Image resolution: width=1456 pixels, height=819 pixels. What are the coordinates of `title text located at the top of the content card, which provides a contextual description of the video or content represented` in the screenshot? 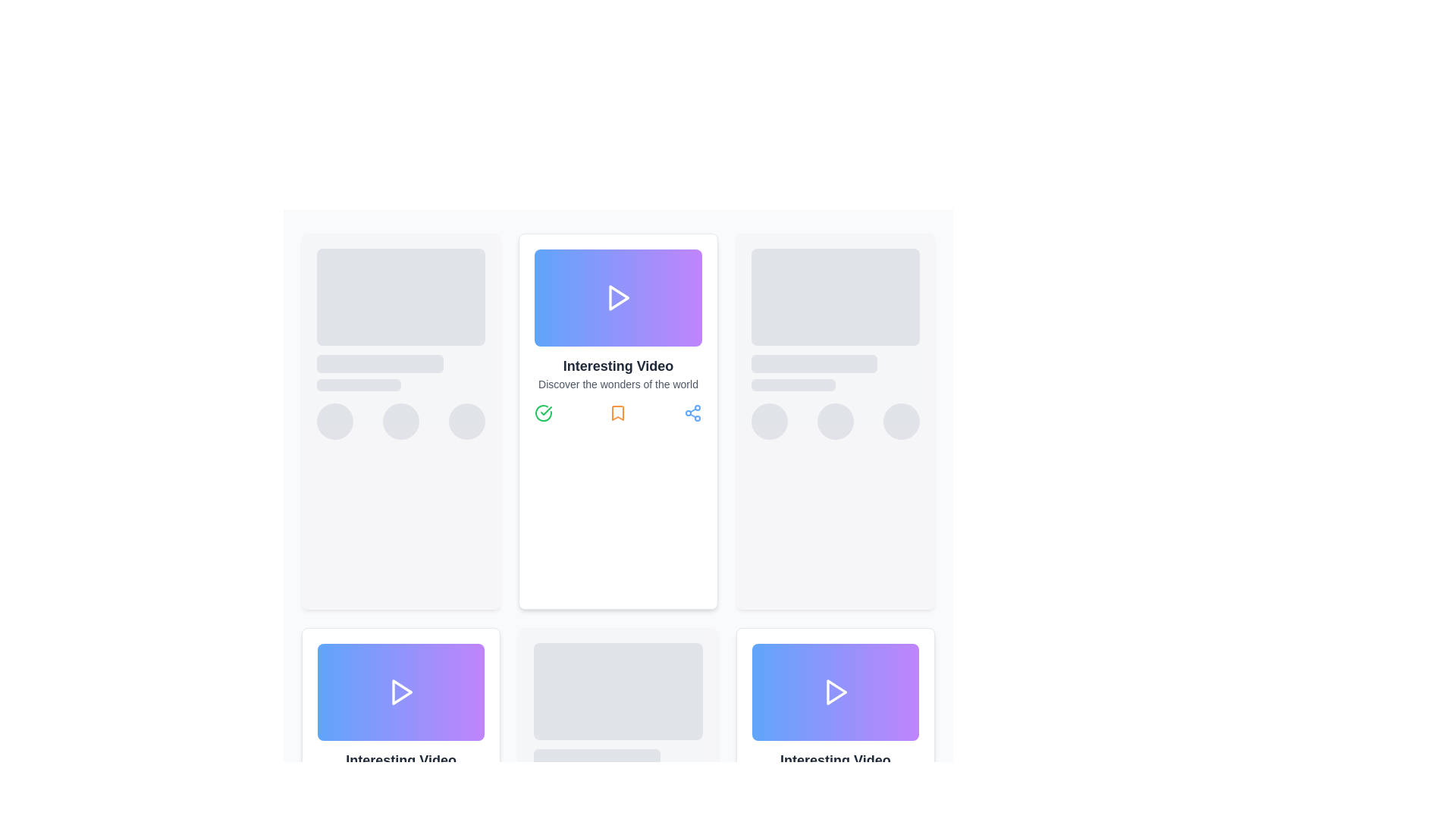 It's located at (618, 366).